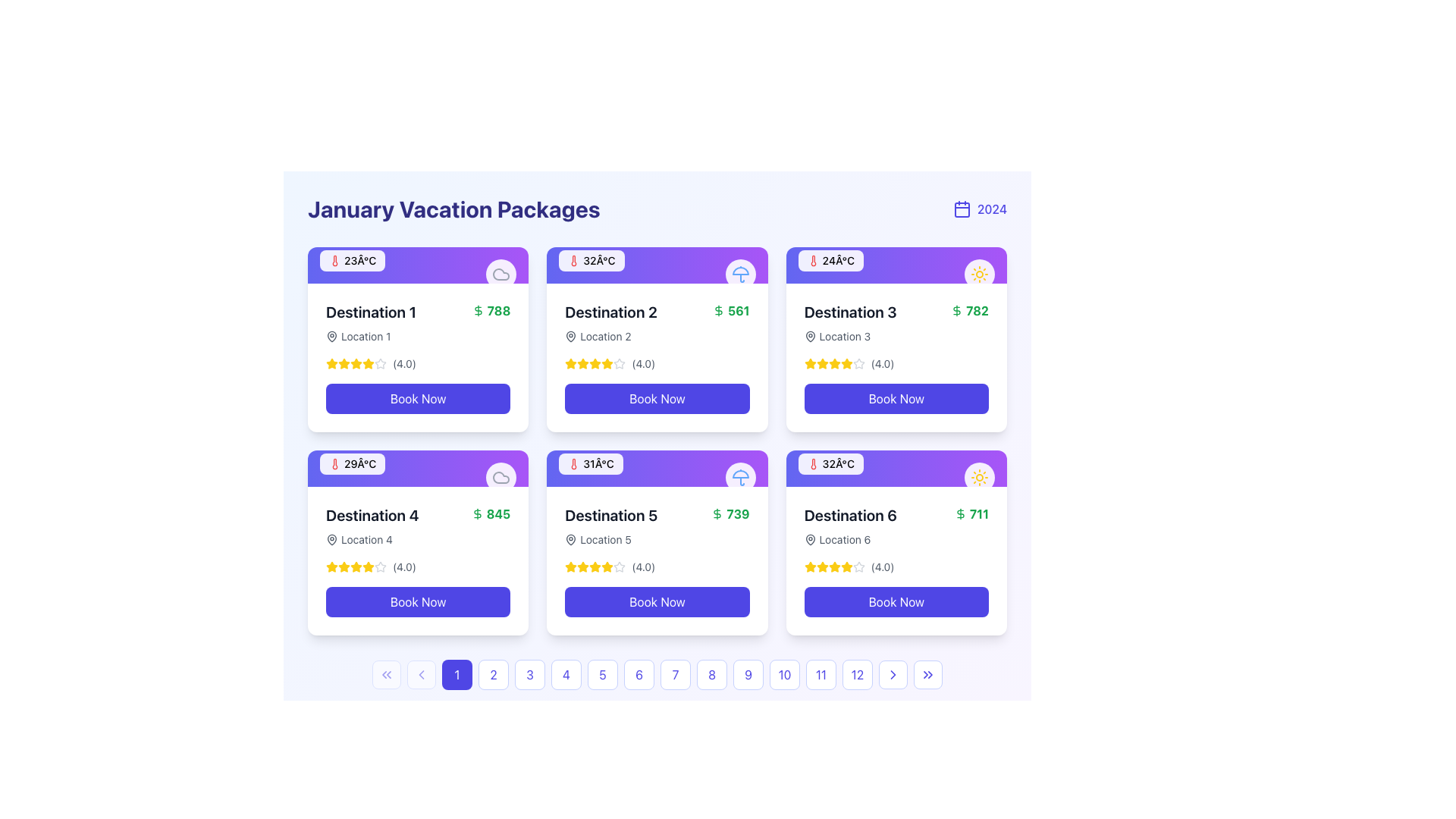 The width and height of the screenshot is (1456, 819). What do you see at coordinates (595, 566) in the screenshot?
I see `the third rating star icon in the 'Destination 5' card to update the rating` at bounding box center [595, 566].